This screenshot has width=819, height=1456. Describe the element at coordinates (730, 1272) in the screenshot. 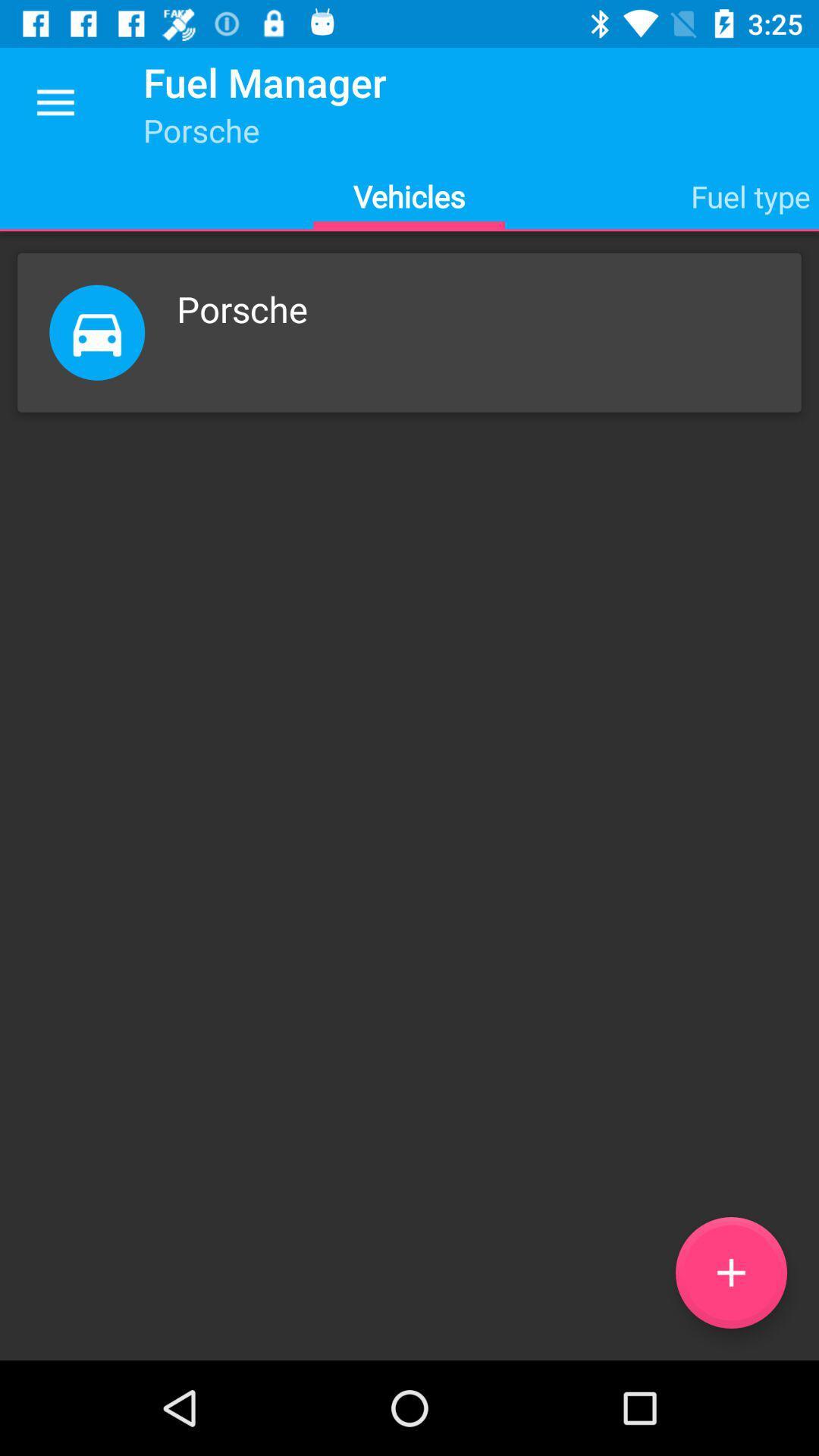

I see `the item below the porsche item` at that location.